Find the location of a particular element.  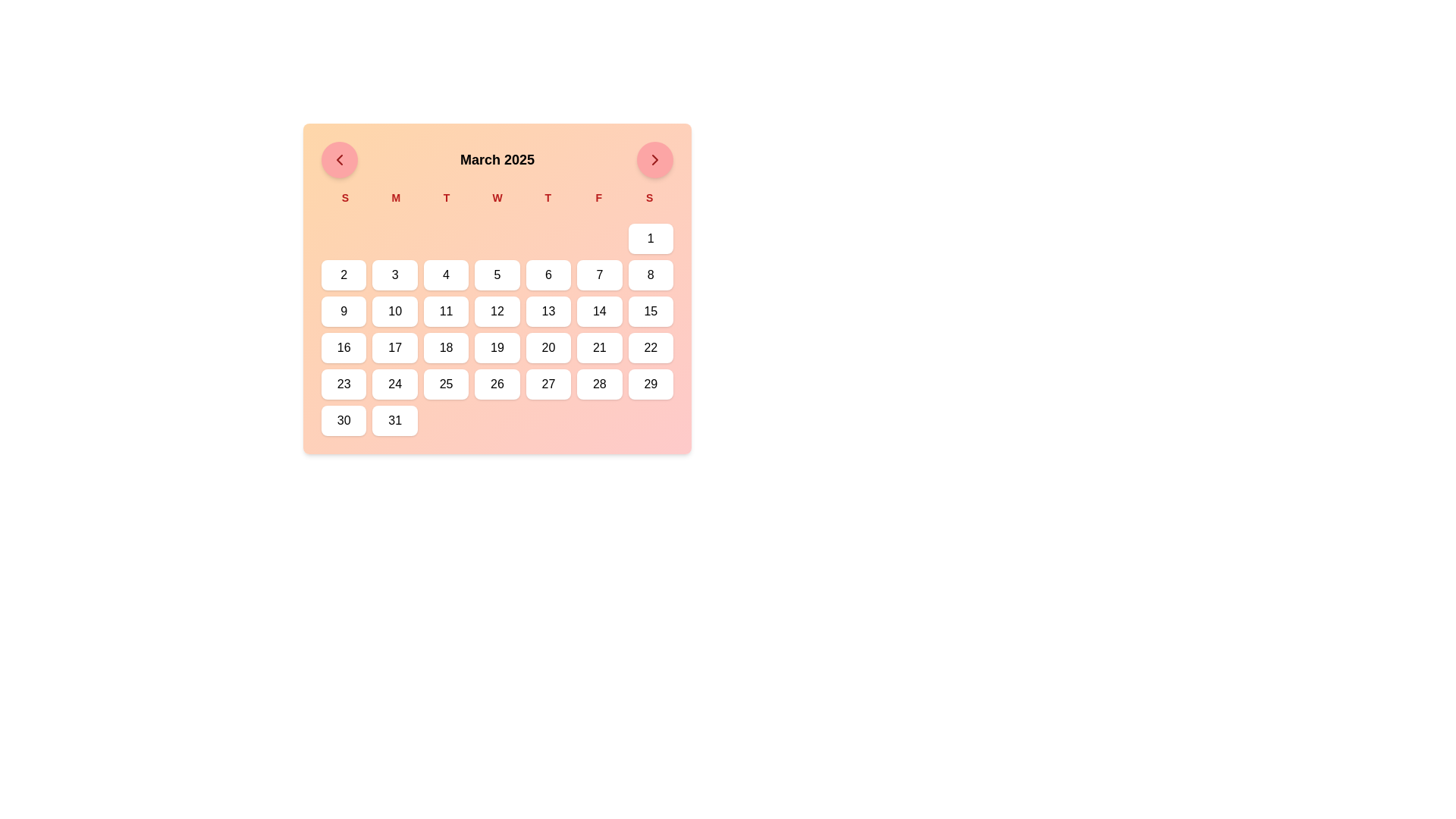

the left navigation icon embedded within the circular button located at the top left corner of the calendar interface is located at coordinates (338, 160).